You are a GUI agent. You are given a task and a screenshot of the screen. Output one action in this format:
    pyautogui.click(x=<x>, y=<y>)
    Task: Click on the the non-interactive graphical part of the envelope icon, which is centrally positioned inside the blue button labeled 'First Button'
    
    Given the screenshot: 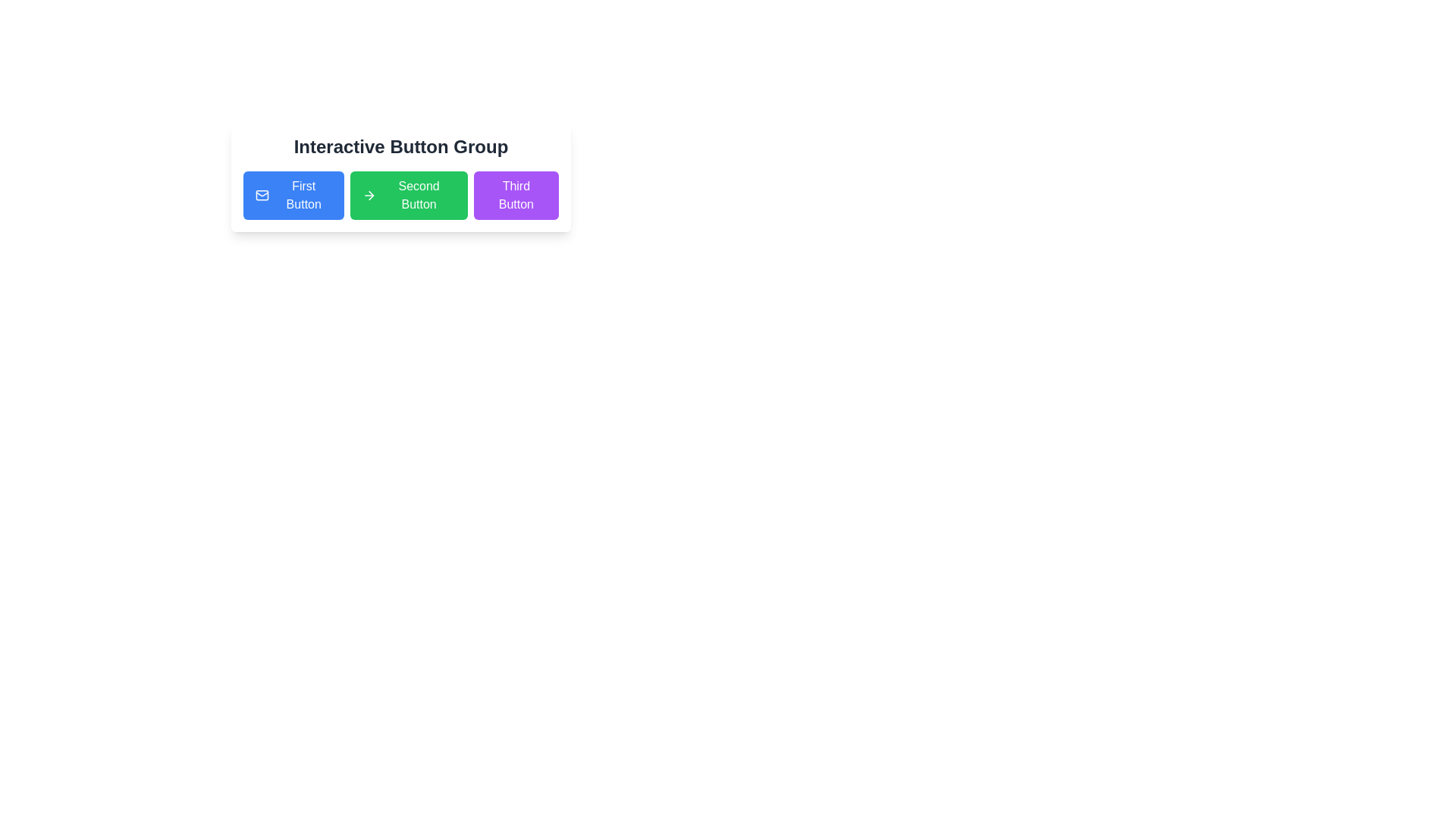 What is the action you would take?
    pyautogui.click(x=262, y=195)
    